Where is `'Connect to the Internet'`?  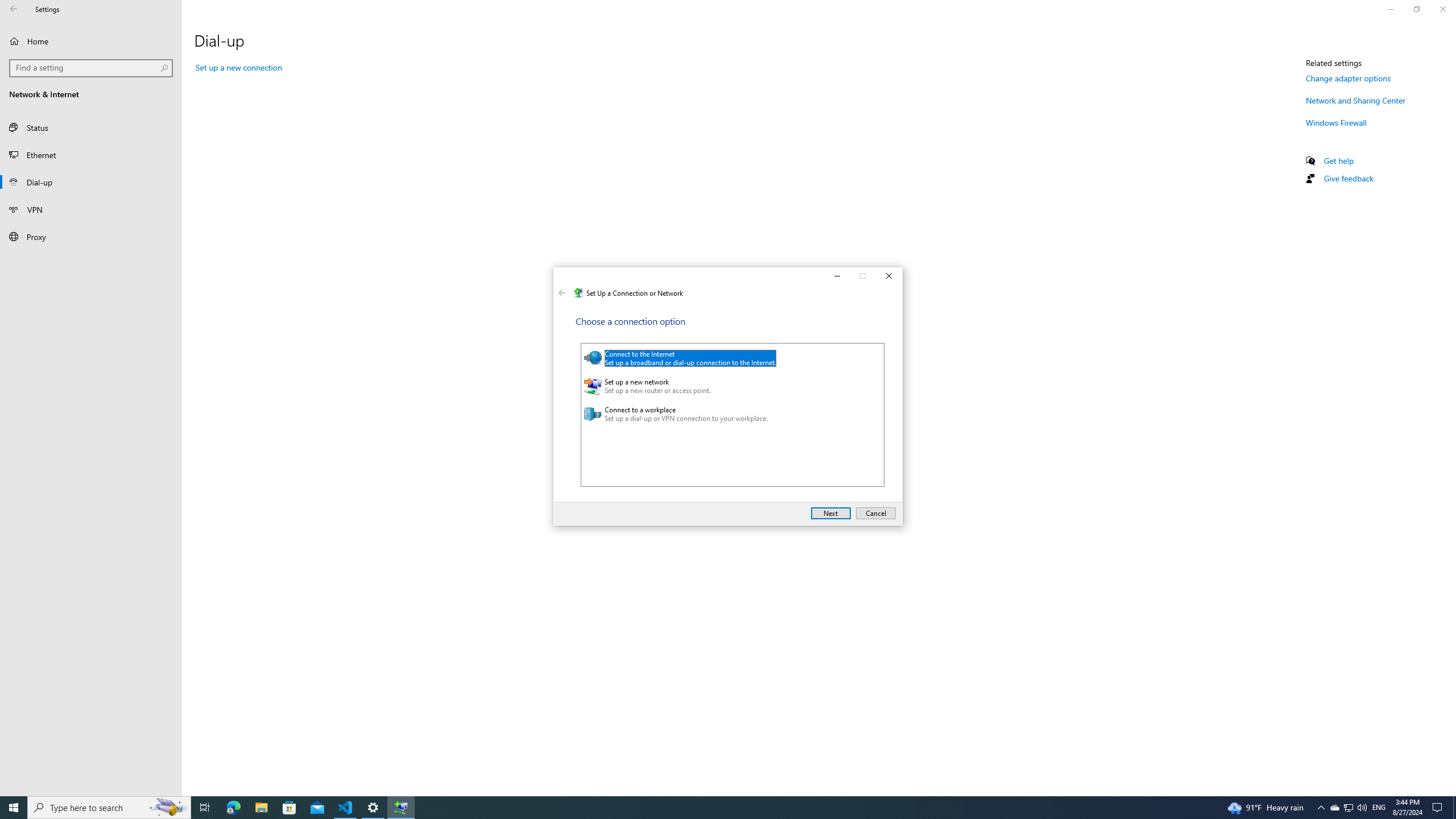
'Connect to the Internet' is located at coordinates (726, 358).